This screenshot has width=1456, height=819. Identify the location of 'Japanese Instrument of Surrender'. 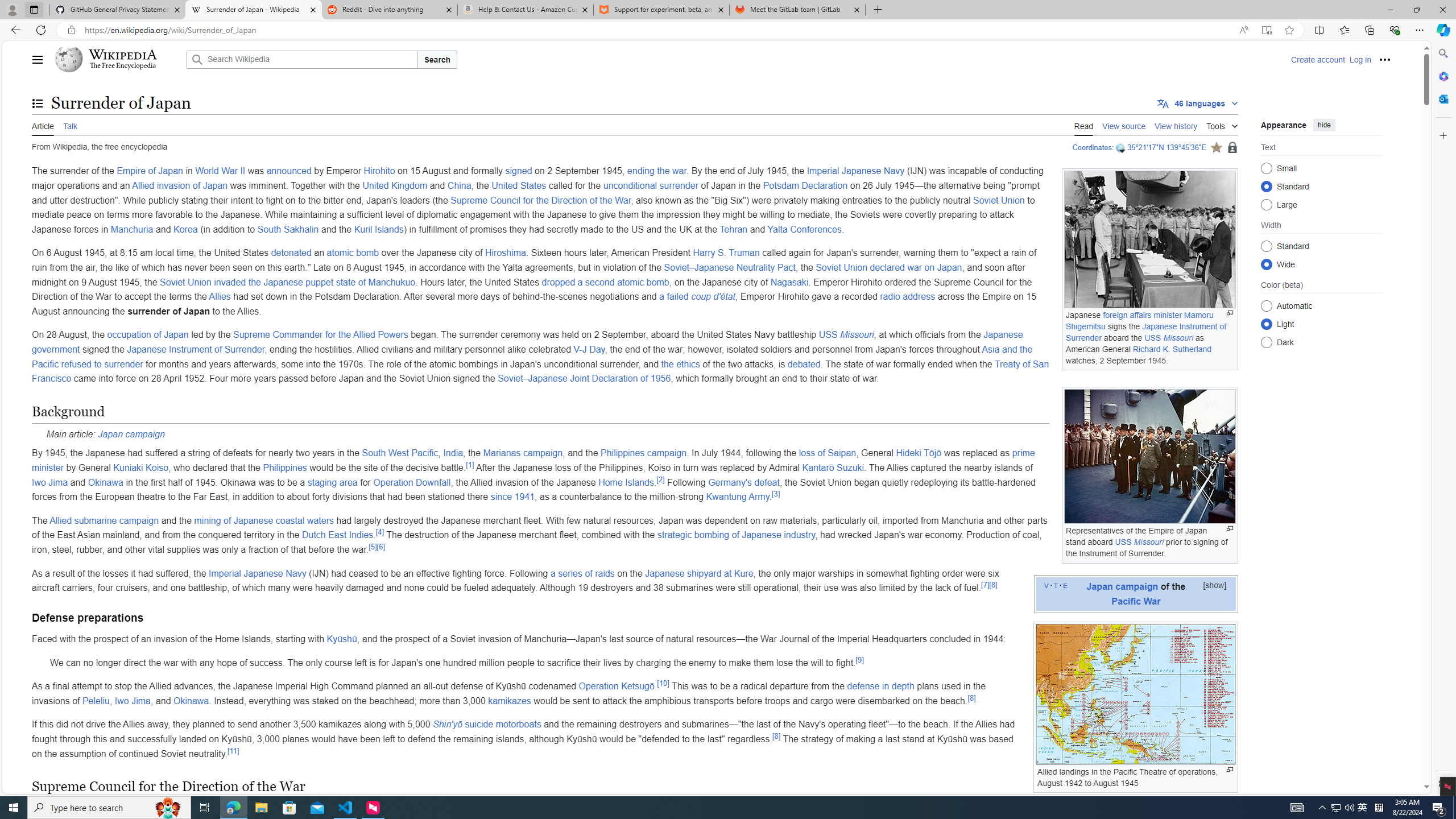
(195, 349).